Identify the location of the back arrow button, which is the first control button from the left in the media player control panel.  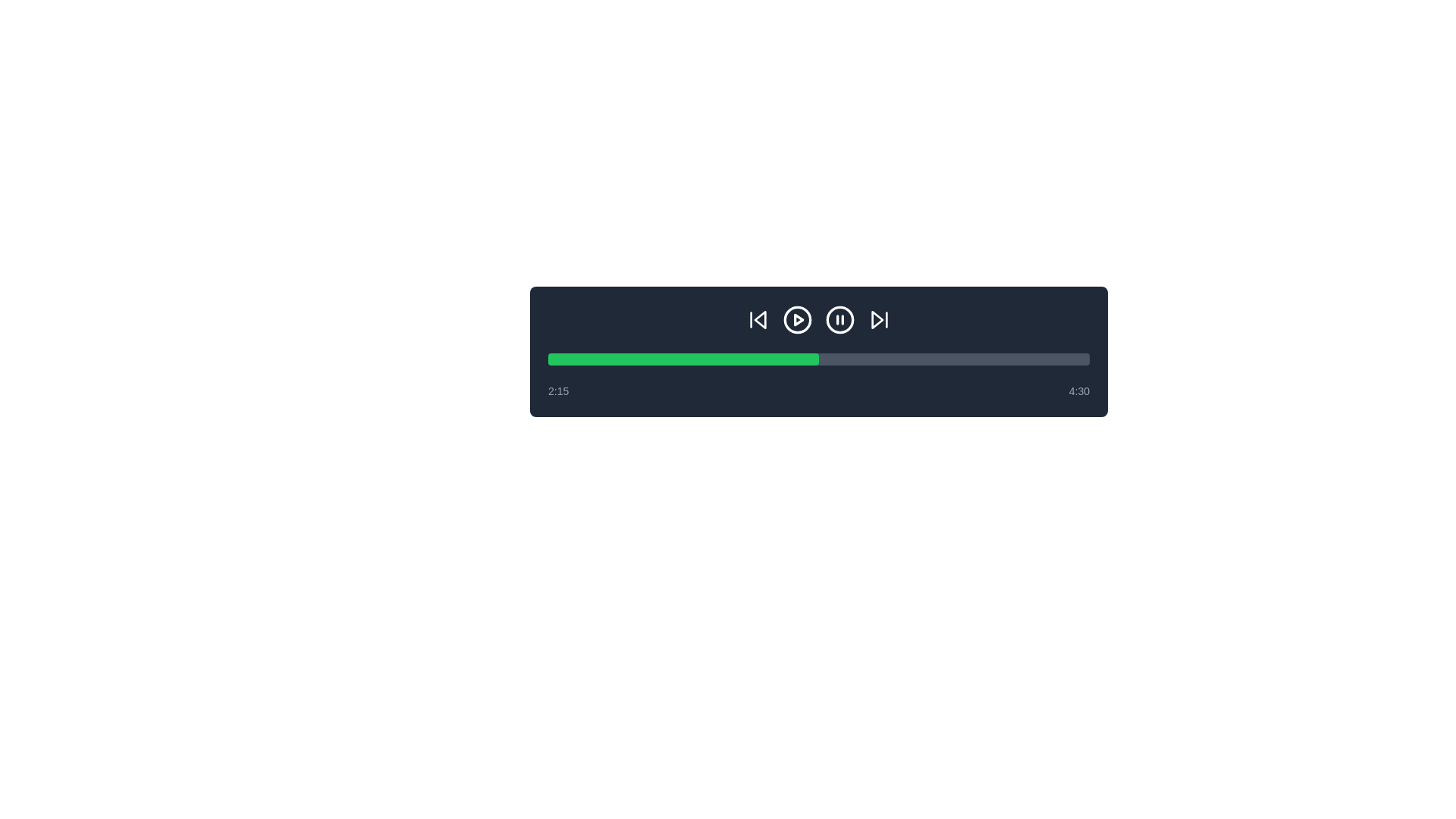
(758, 318).